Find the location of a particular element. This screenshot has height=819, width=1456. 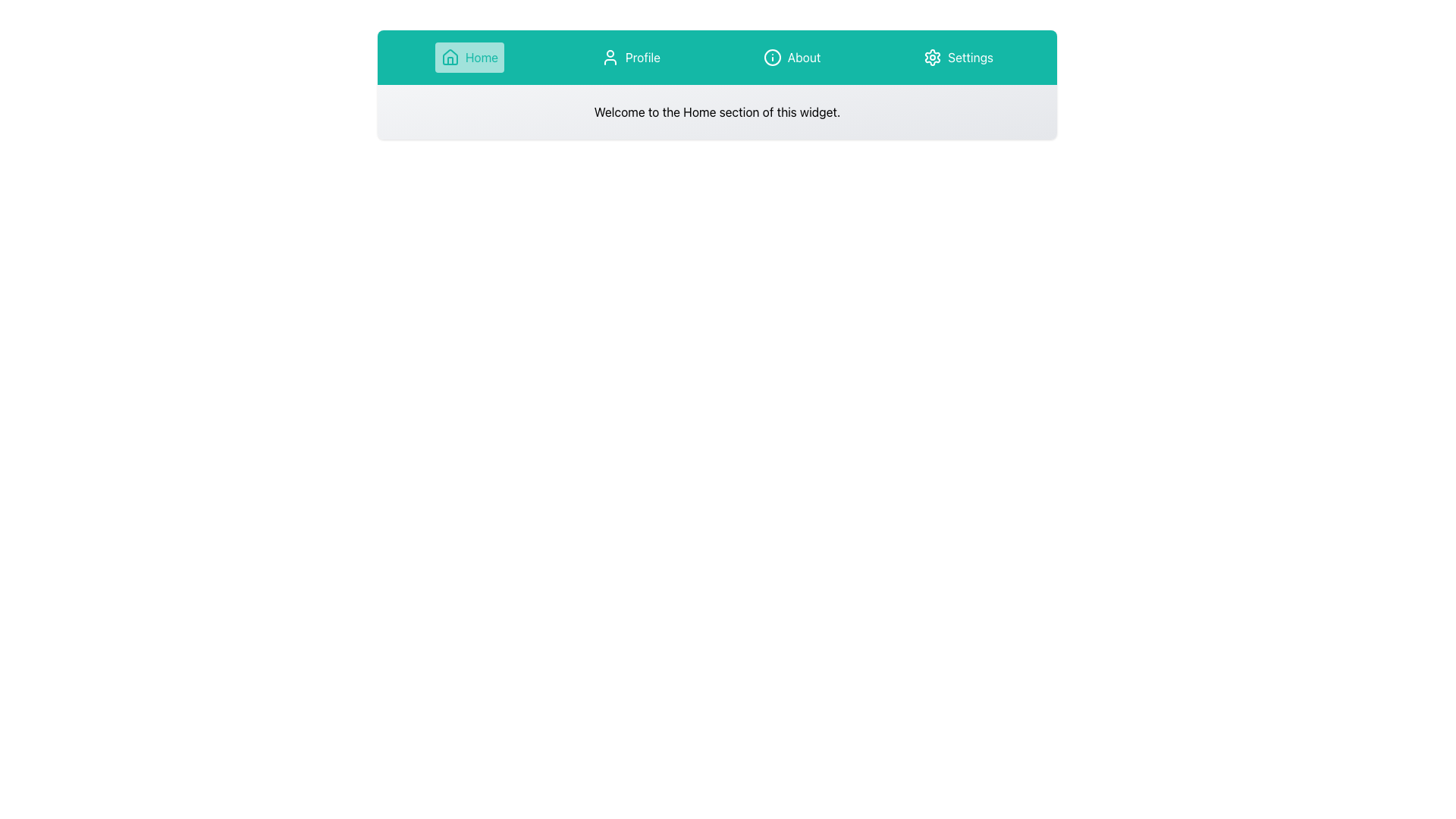

the circular information icon with a lowercase 'i' is located at coordinates (772, 57).